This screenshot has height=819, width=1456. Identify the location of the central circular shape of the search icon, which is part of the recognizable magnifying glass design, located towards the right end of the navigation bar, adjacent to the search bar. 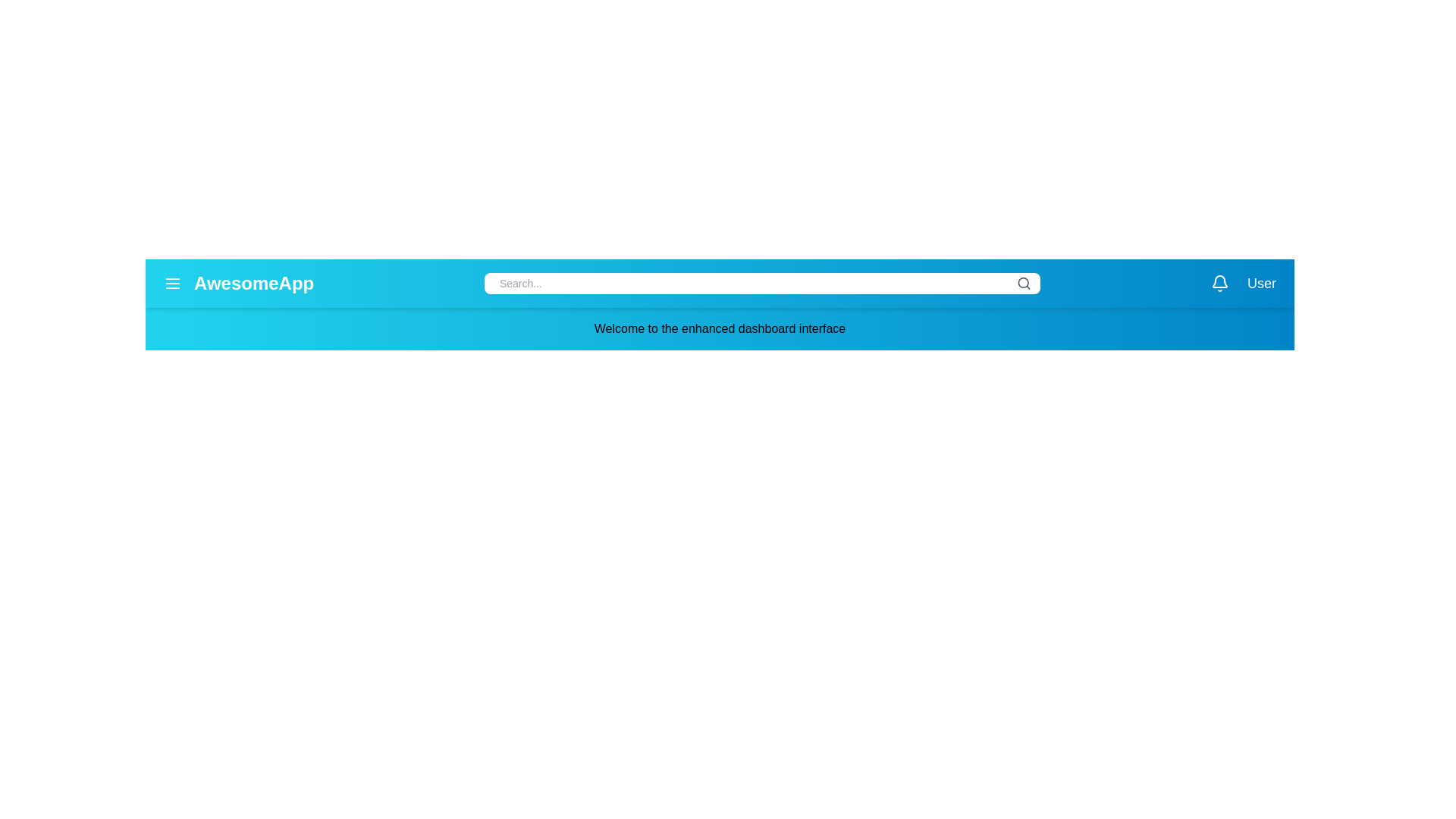
(1023, 283).